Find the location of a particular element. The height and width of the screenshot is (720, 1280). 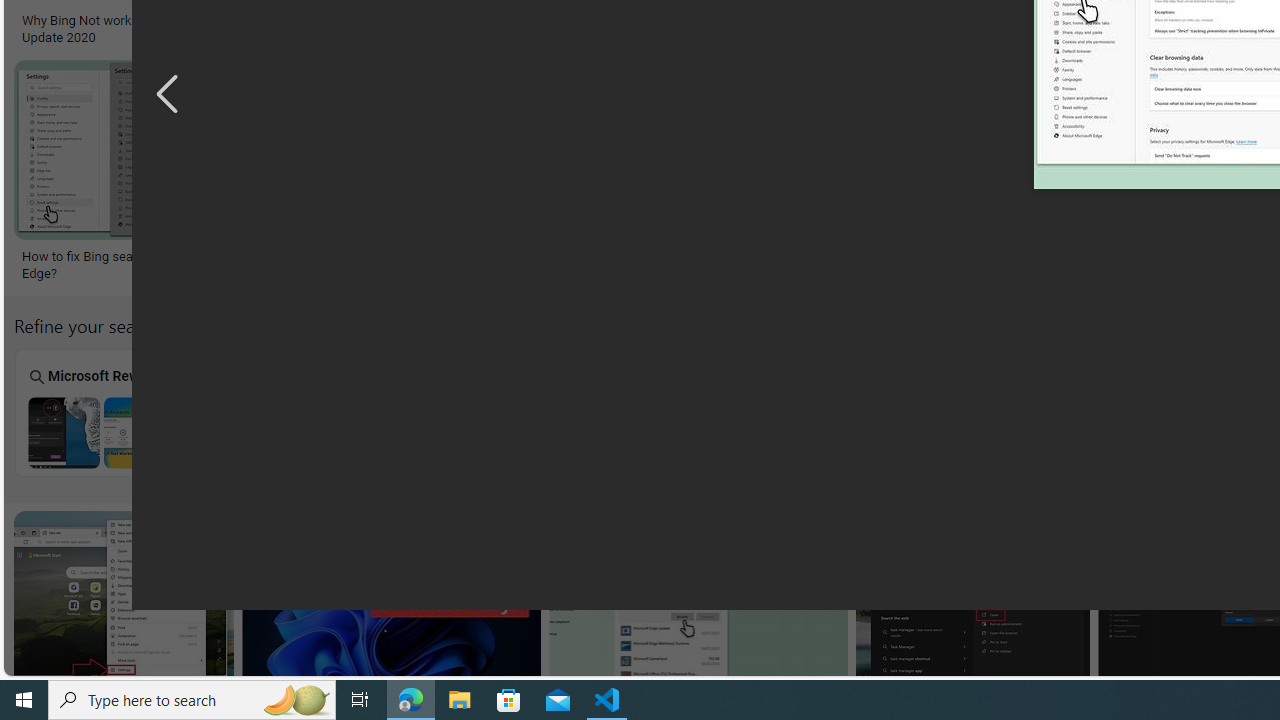

'Microsoft Rewards Bing Search Not Working' is located at coordinates (101, 431).